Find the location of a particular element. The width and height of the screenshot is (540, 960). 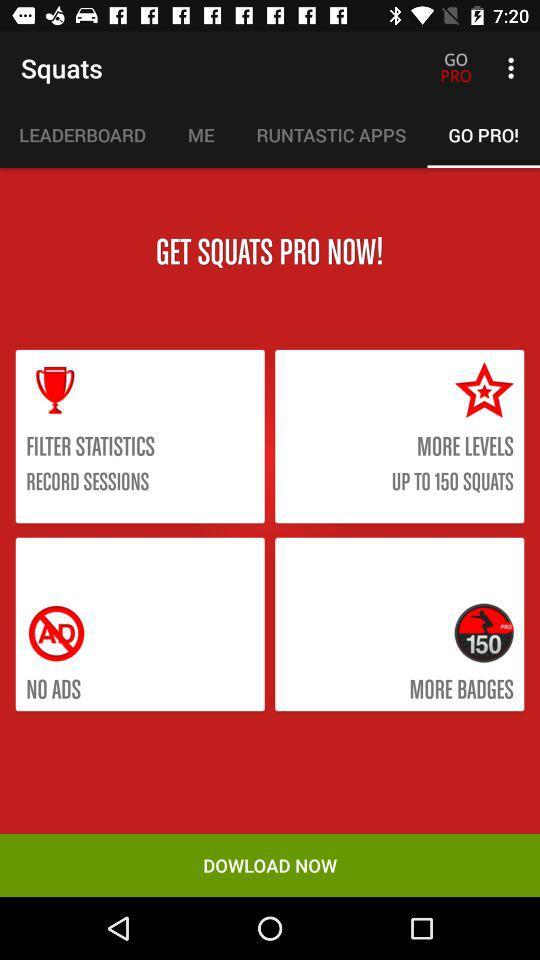

the item to the left of the runtastic apps icon is located at coordinates (201, 134).